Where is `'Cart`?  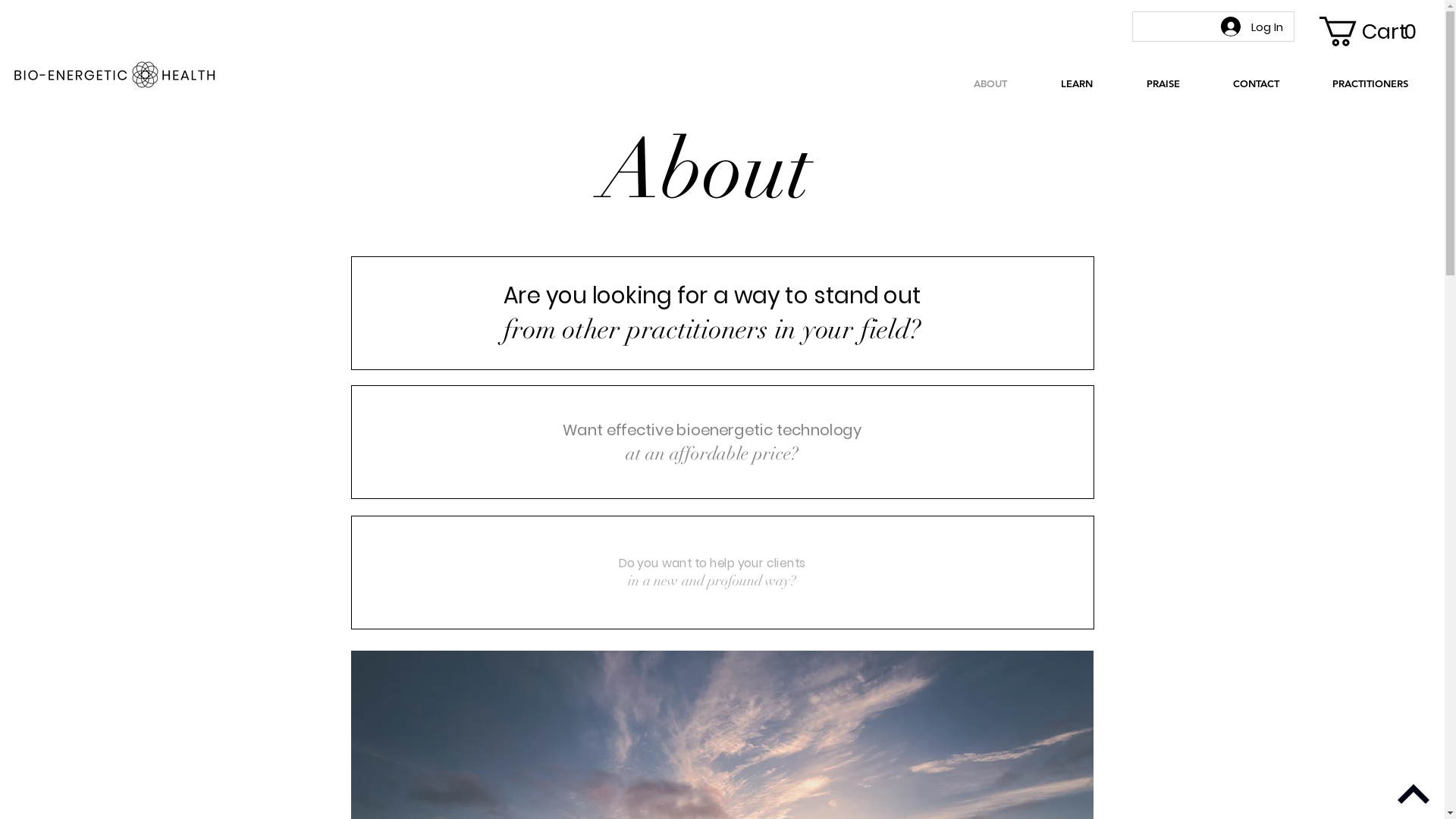 'Cart is located at coordinates (1318, 31).